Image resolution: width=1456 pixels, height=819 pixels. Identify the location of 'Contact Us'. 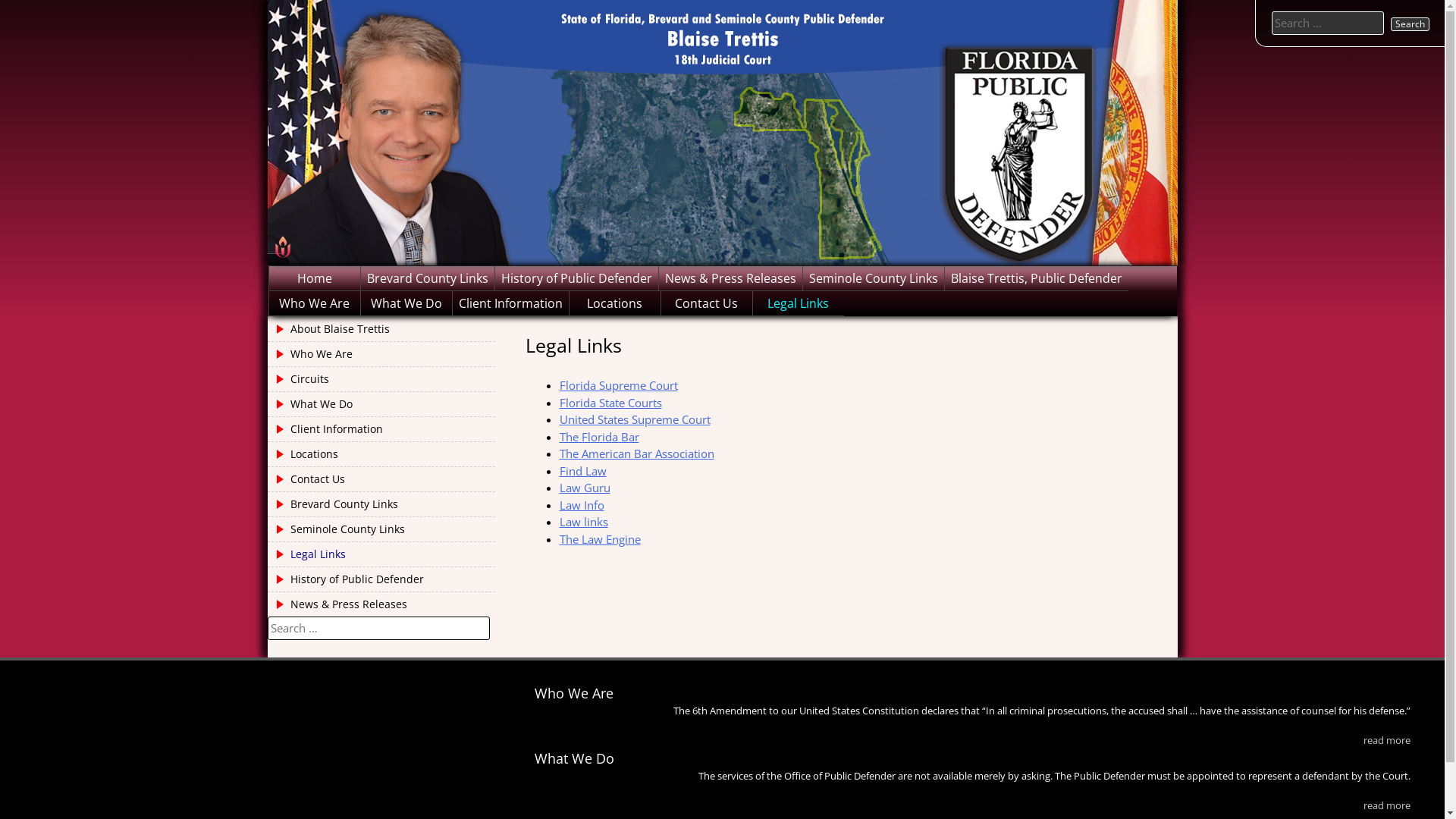
(705, 303).